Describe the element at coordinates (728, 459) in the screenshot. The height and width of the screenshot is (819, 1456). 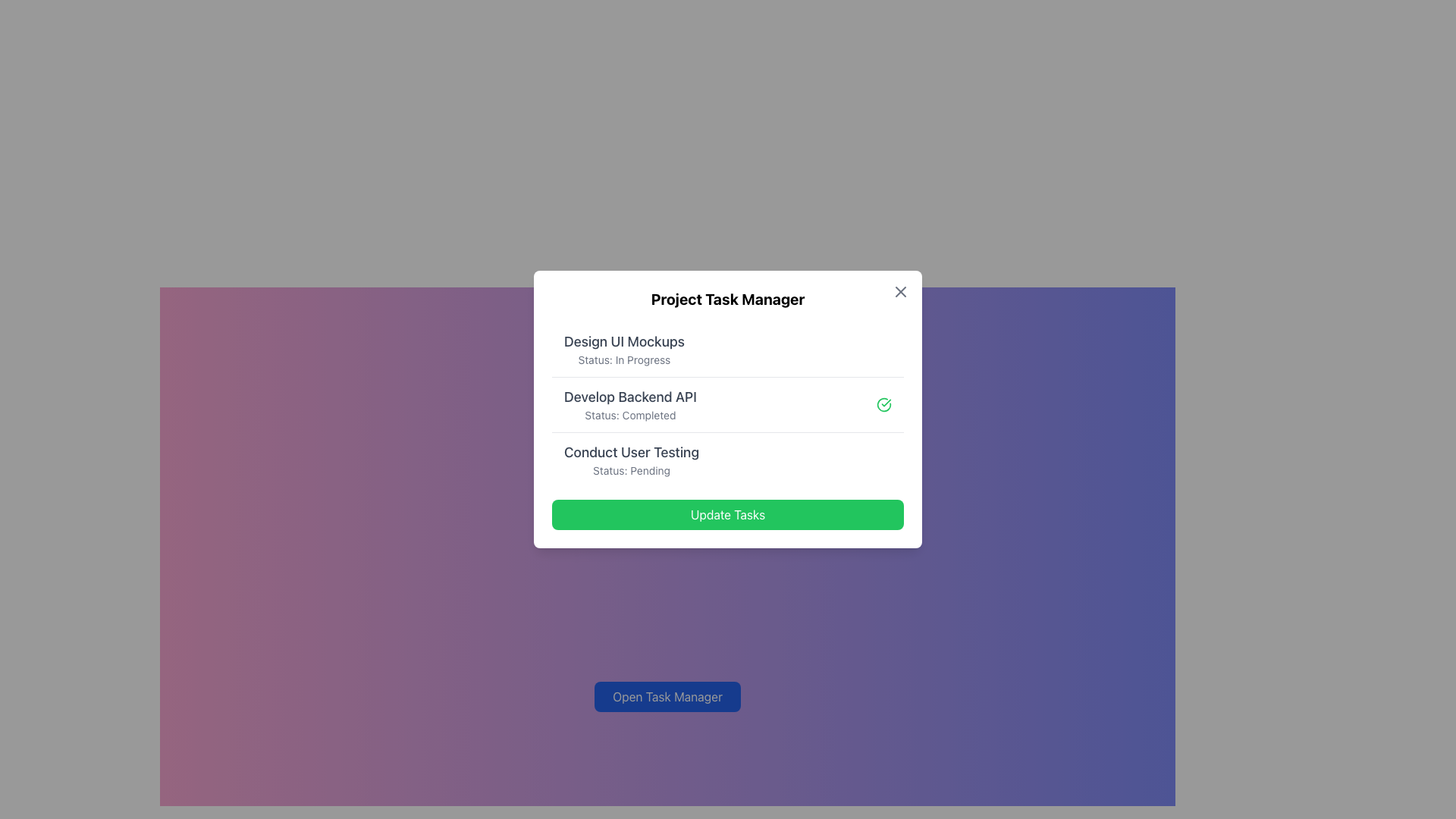
I see `the task entry displaying 'Conduct User Testing' within the task list in the project management interface` at that location.